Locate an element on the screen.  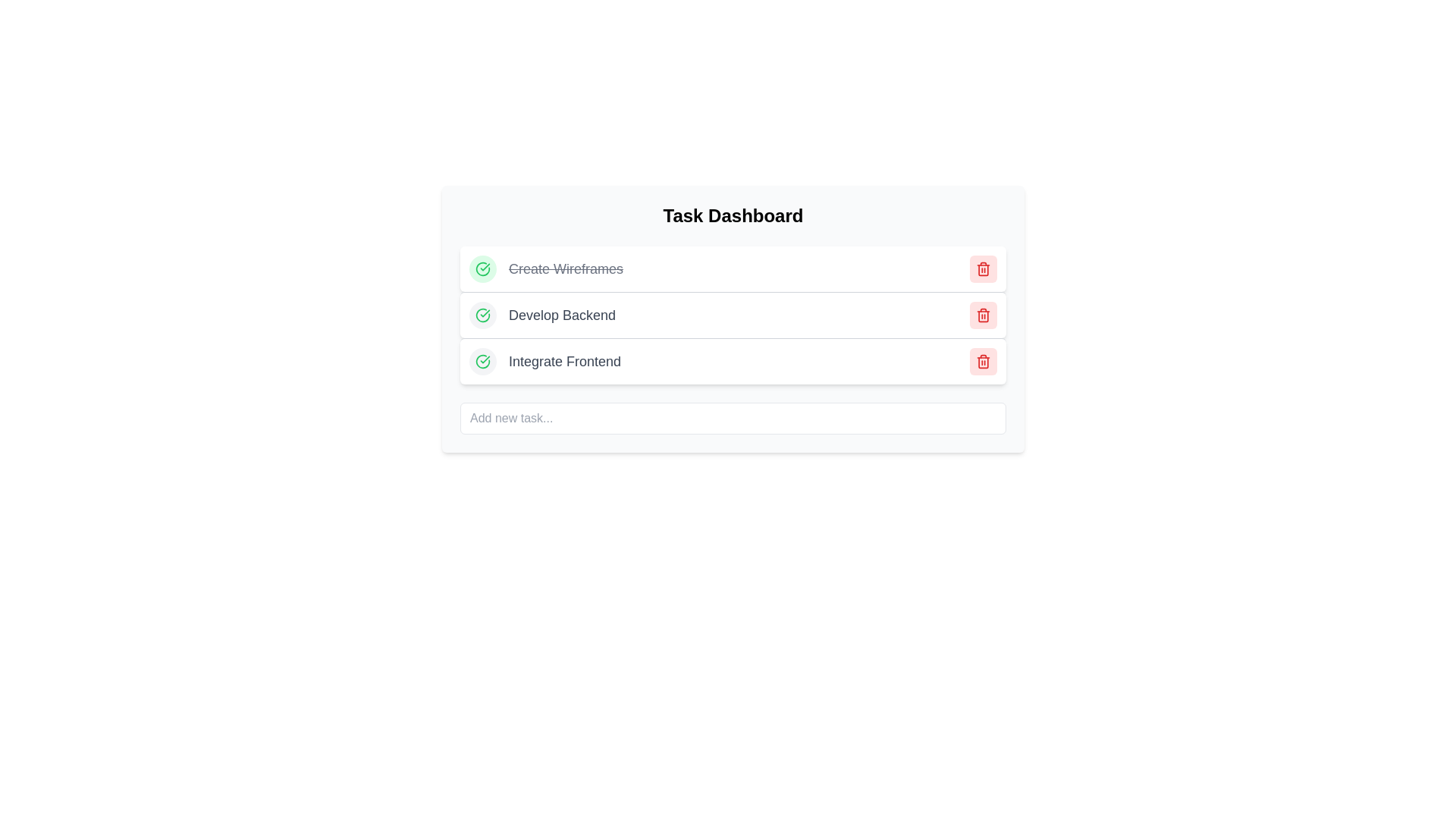
completion status icon located in the third row labeled 'Integrate Frontend' on the Task Dashboard to understand the task status indication is located at coordinates (482, 362).